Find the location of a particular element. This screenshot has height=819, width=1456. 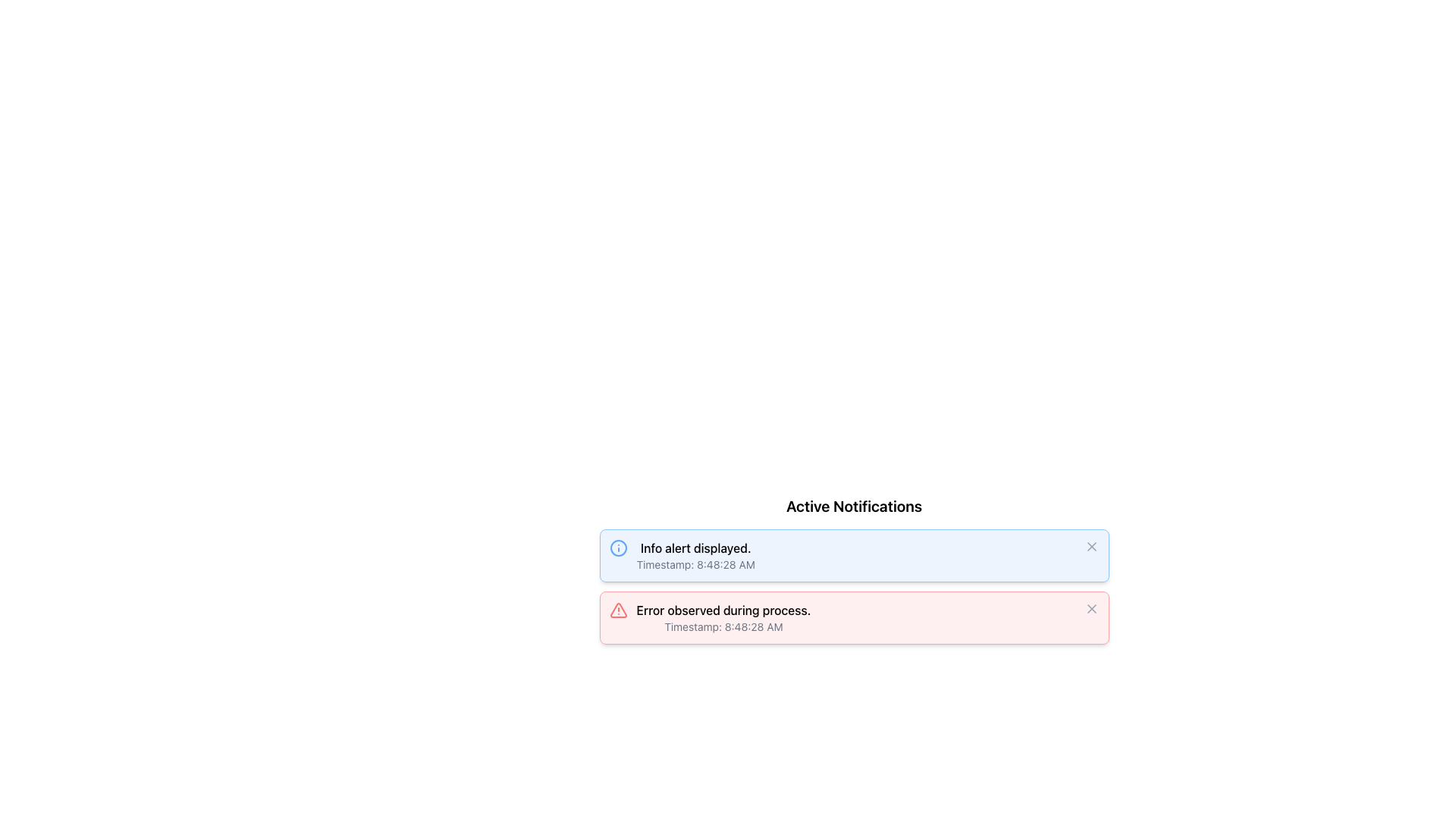

text displayed in the top notification card, which shows 'Info alert displayed.' and 'Timestamp: 8:48:28 AM' is located at coordinates (695, 555).